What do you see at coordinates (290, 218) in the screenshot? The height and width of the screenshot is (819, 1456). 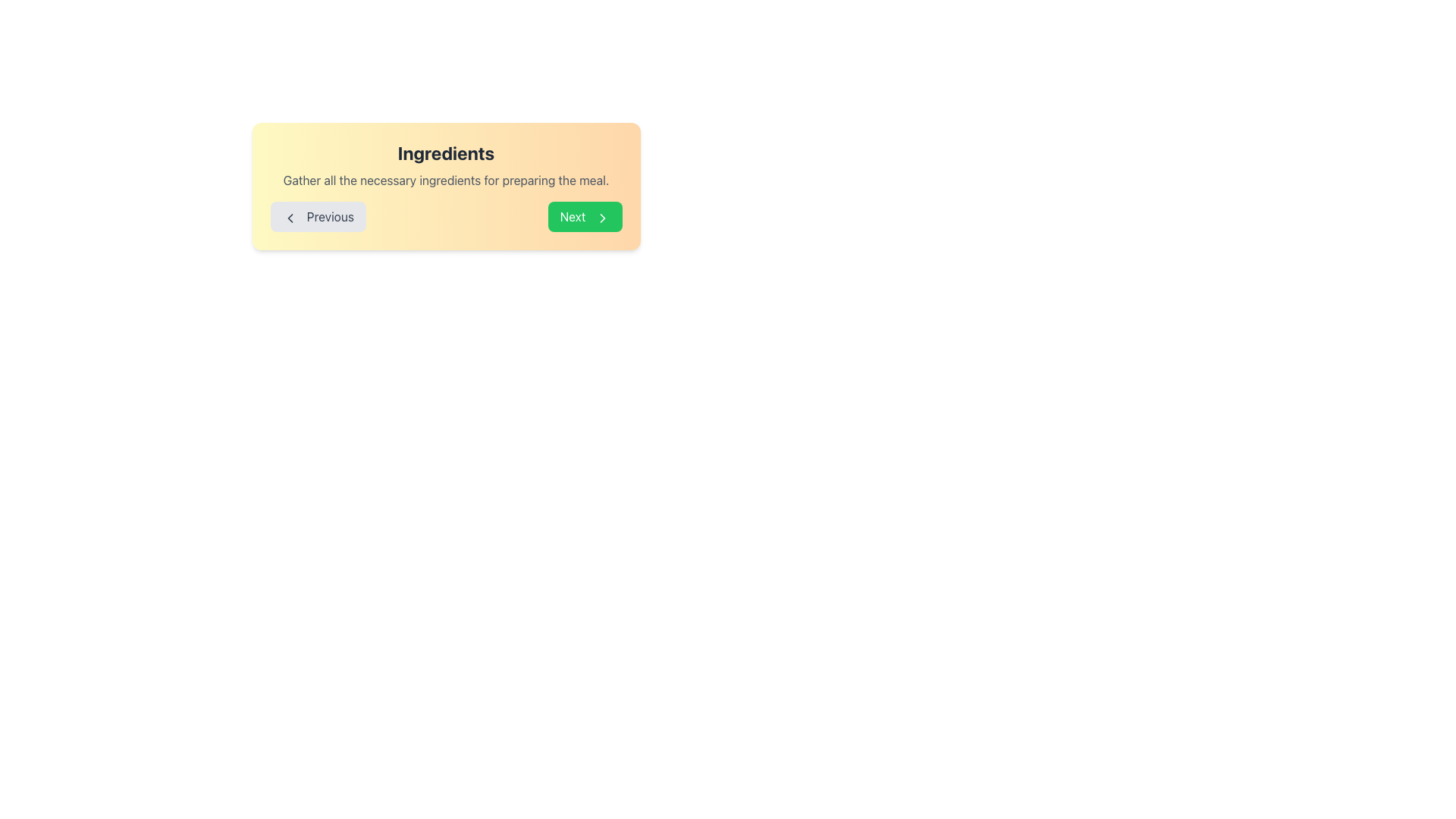 I see `the 'Previous' button which contains the navigation icon on its left side` at bounding box center [290, 218].